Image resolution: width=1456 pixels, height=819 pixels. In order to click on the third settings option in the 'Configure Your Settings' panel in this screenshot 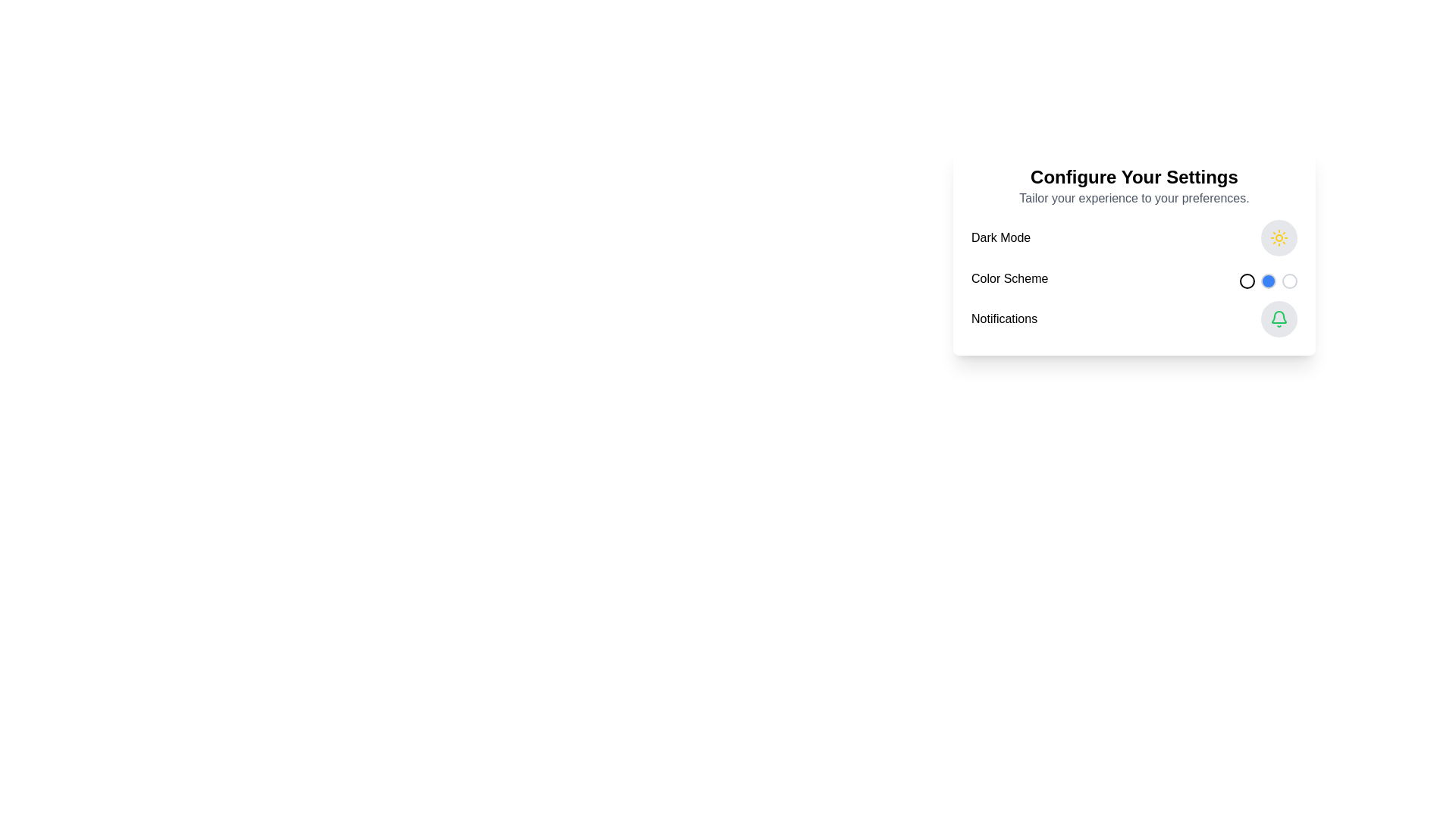, I will do `click(1134, 318)`.